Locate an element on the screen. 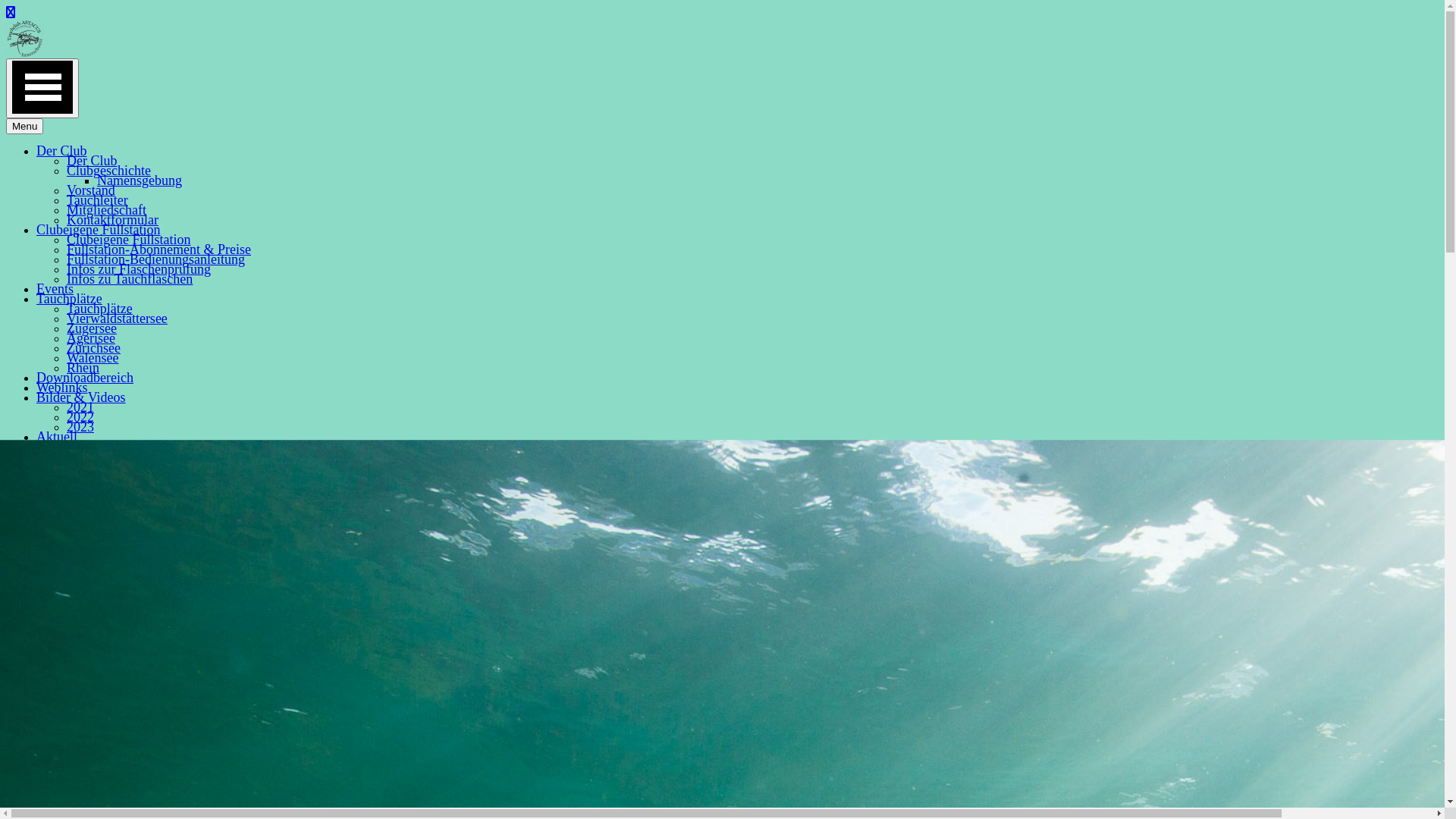 Image resolution: width=1456 pixels, height=819 pixels. 'Downloadbereich' is located at coordinates (83, 376).